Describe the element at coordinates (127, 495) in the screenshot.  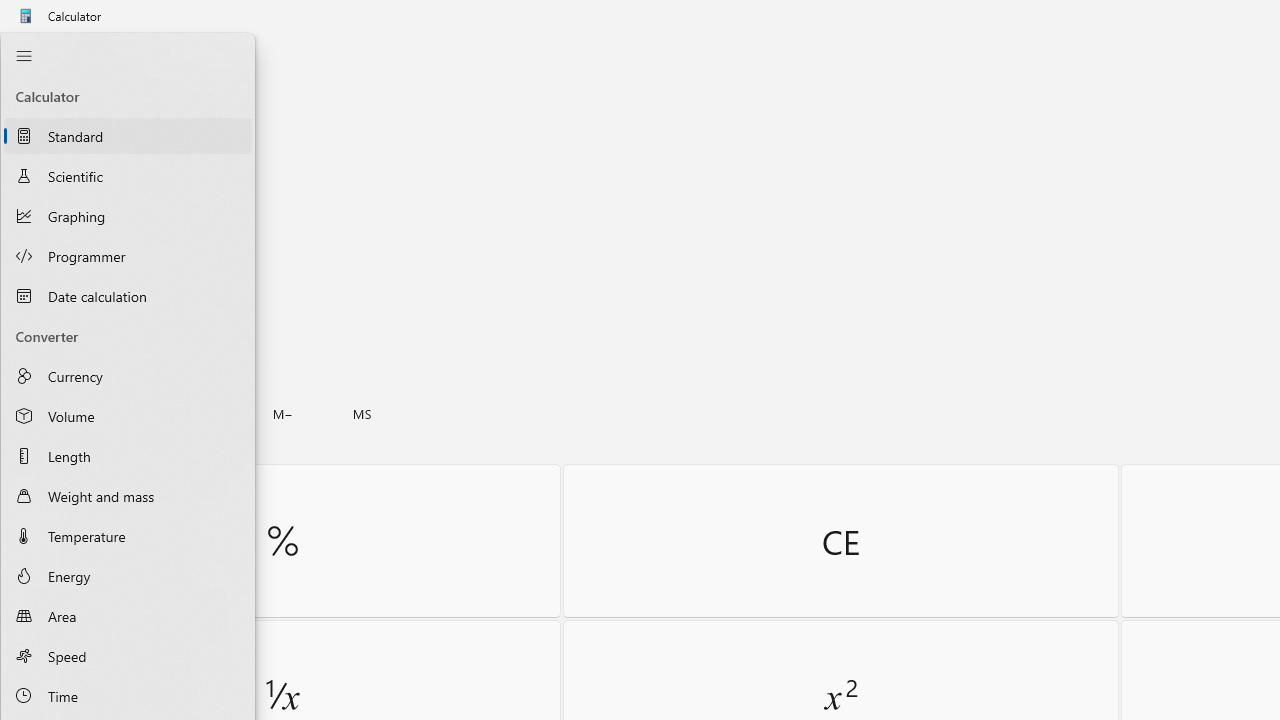
I see `'Weight and mass Converter'` at that location.